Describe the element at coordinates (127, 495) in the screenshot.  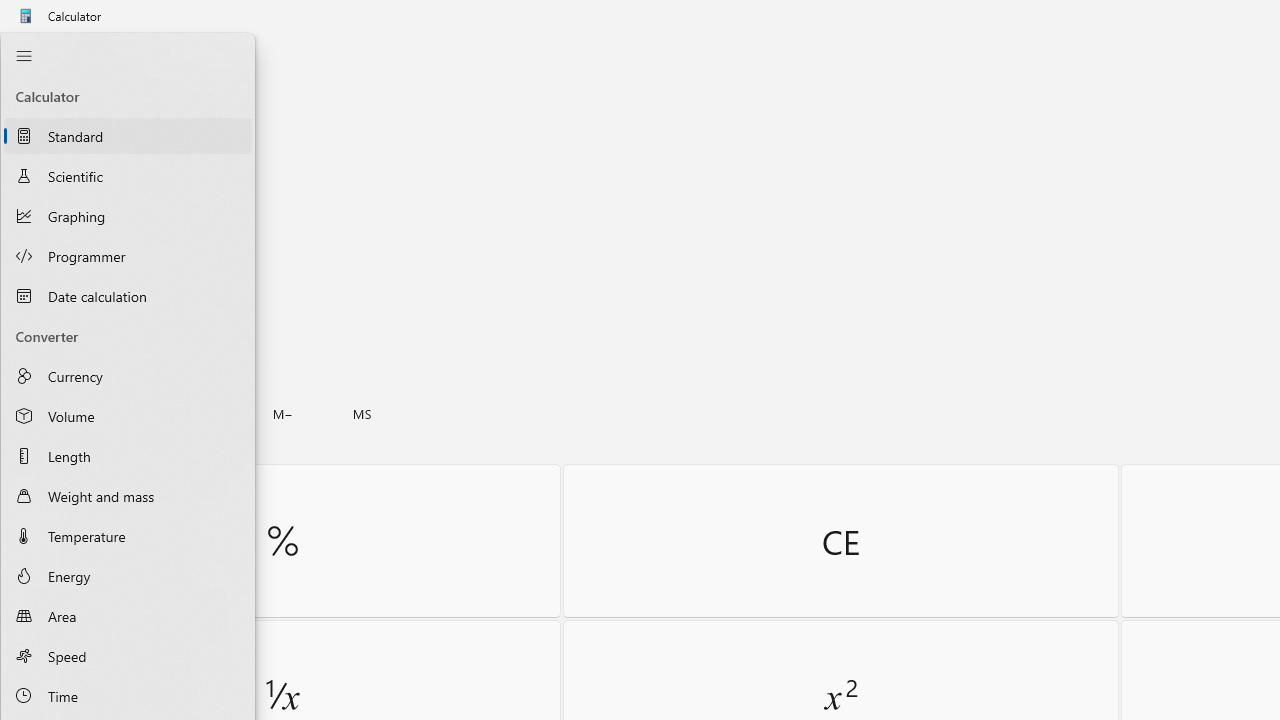
I see `'Weight and mass Converter'` at that location.